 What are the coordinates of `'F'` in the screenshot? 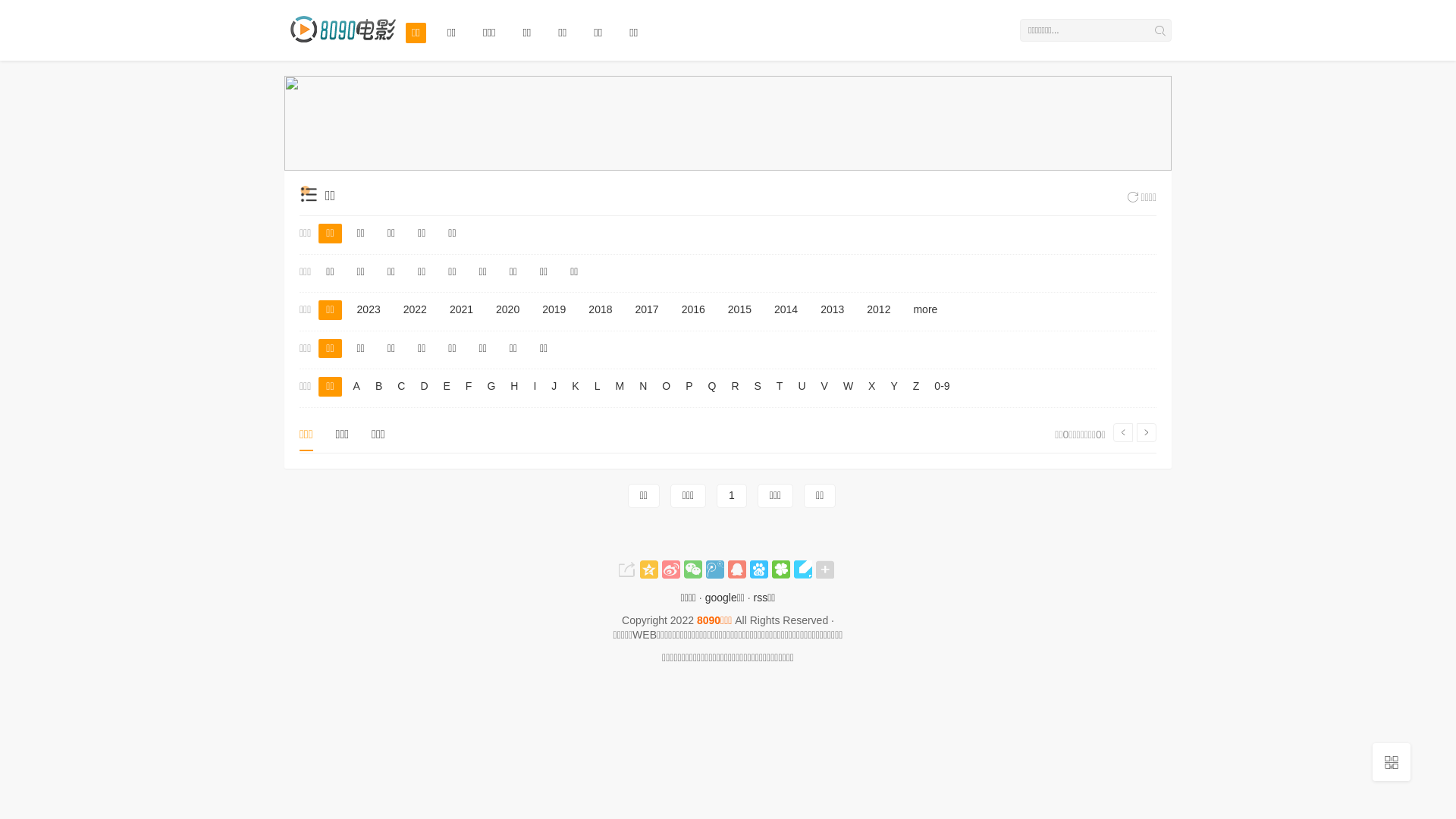 It's located at (468, 385).